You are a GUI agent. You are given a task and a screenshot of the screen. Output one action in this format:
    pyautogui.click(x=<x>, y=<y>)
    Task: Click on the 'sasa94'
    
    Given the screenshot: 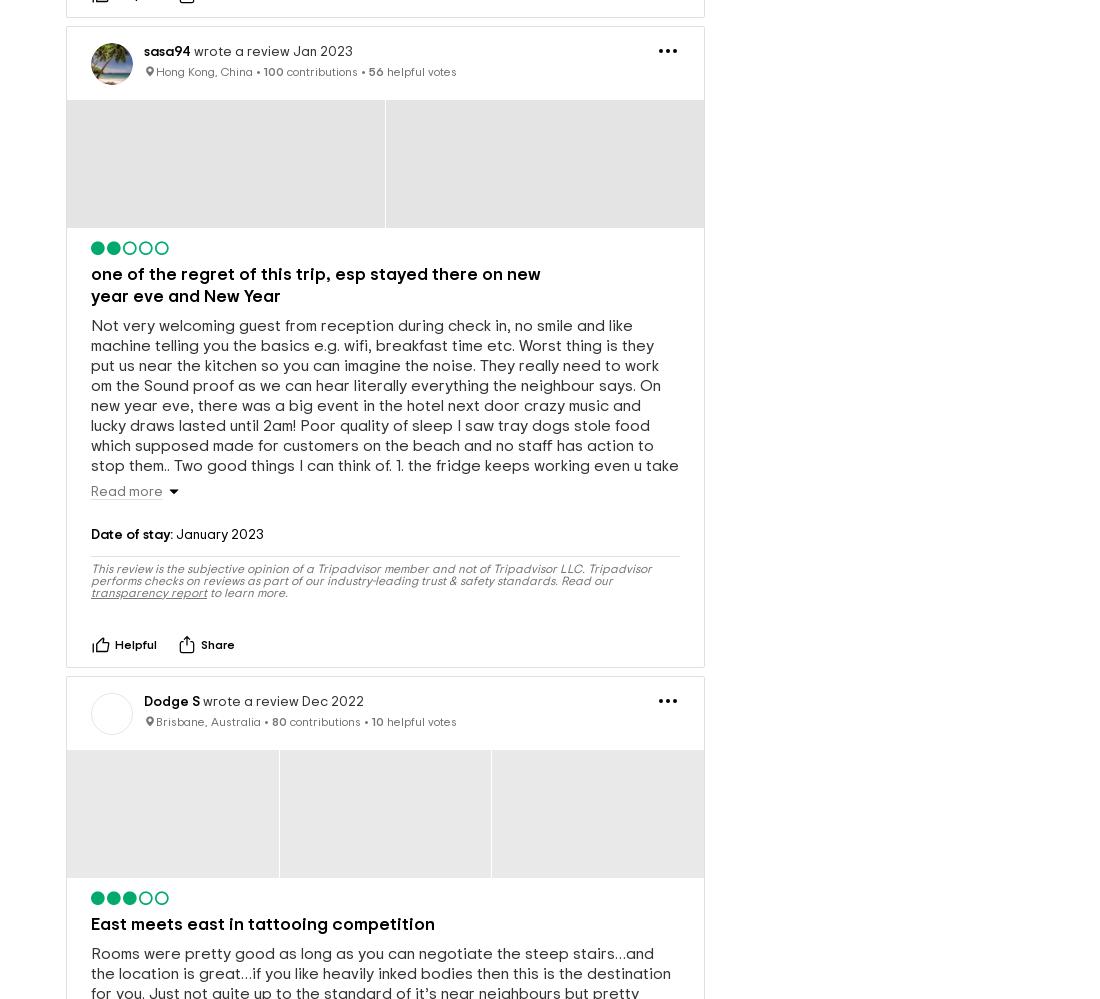 What is the action you would take?
    pyautogui.click(x=142, y=18)
    